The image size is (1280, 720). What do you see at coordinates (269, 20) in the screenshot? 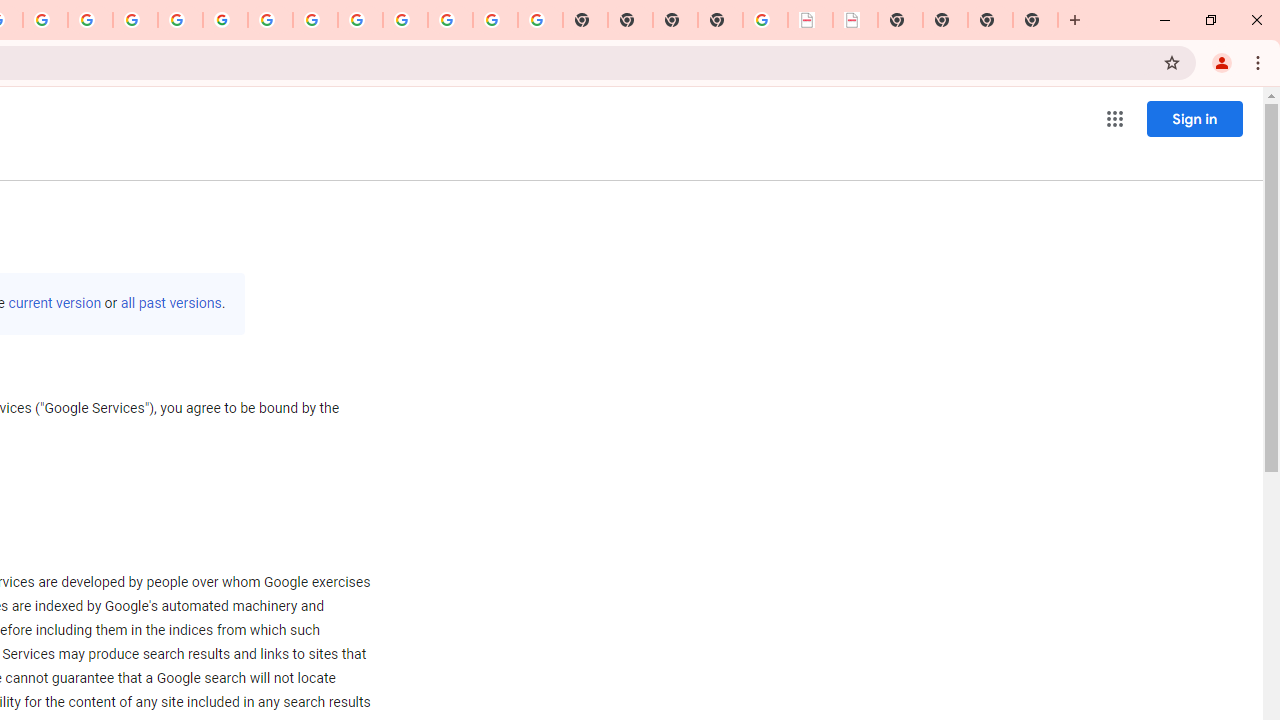
I see `'YouTube'` at bounding box center [269, 20].